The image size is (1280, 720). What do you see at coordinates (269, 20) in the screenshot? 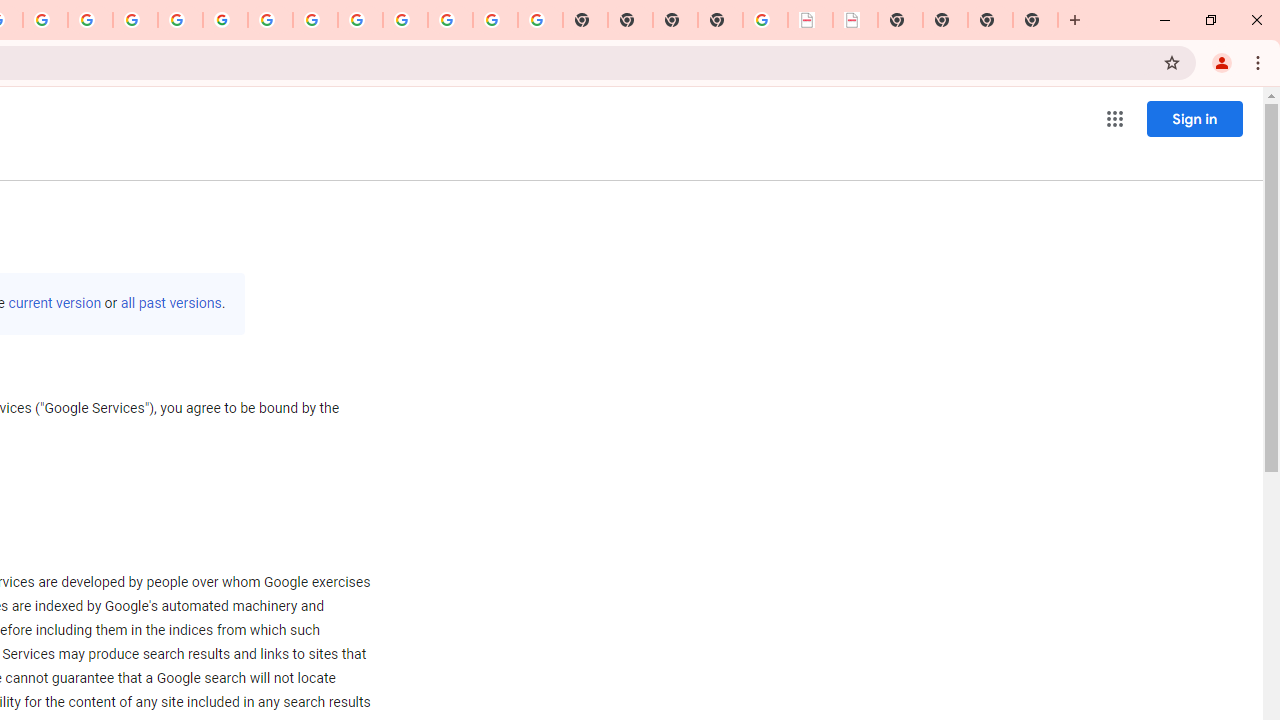
I see `'YouTube'` at bounding box center [269, 20].